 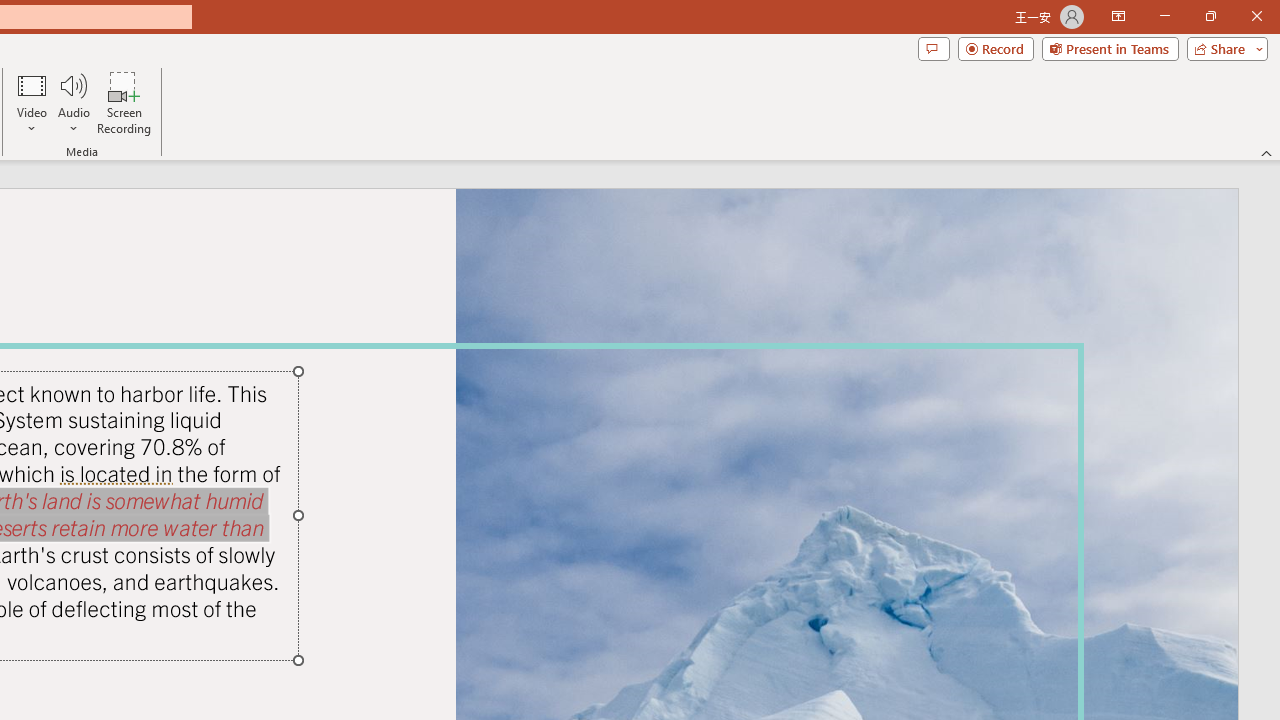 What do you see at coordinates (32, 103) in the screenshot?
I see `'Video'` at bounding box center [32, 103].